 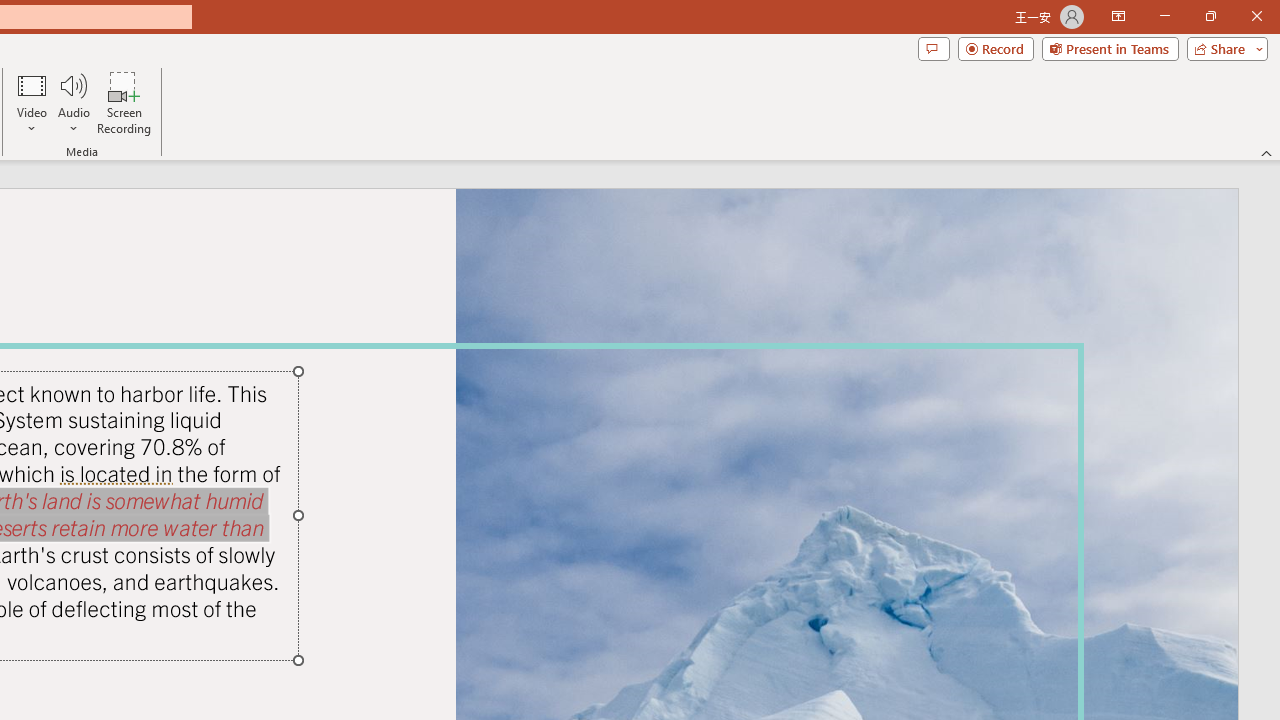 What do you see at coordinates (32, 103) in the screenshot?
I see `'Video'` at bounding box center [32, 103].